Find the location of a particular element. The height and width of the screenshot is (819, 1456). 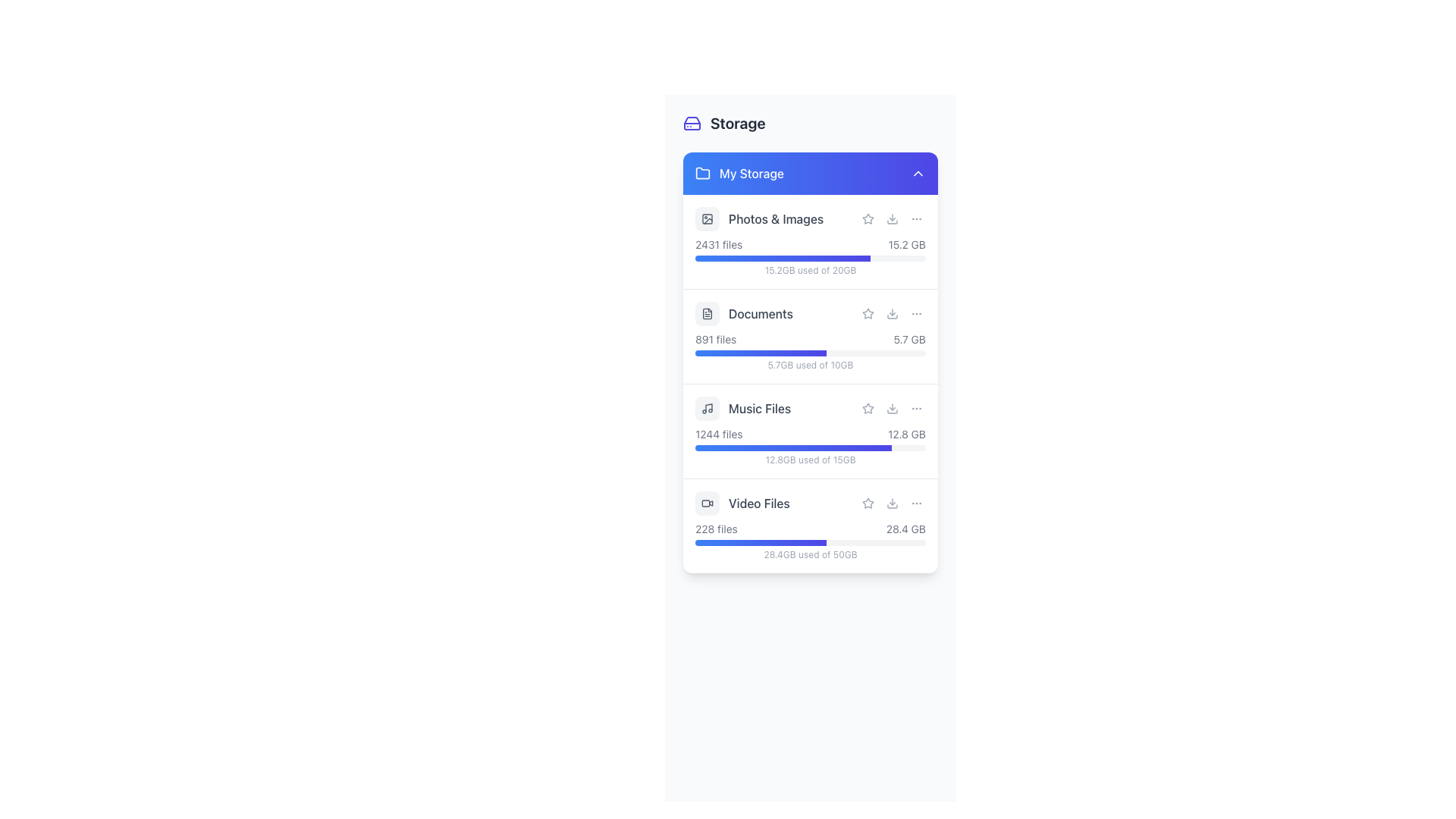

the circular button located to the right of the 'Photos & Images' section in the 'My Storage' area is located at coordinates (916, 219).